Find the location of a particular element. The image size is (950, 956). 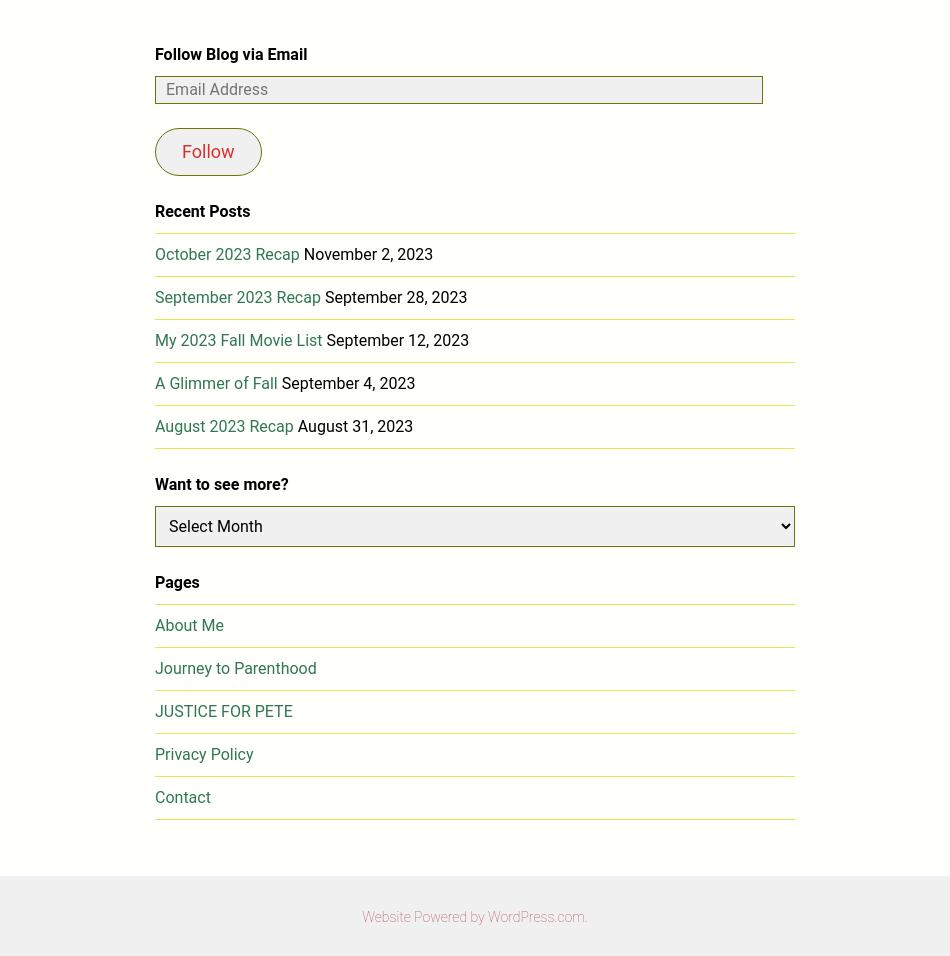

'August 2023 Recap' is located at coordinates (224, 425).